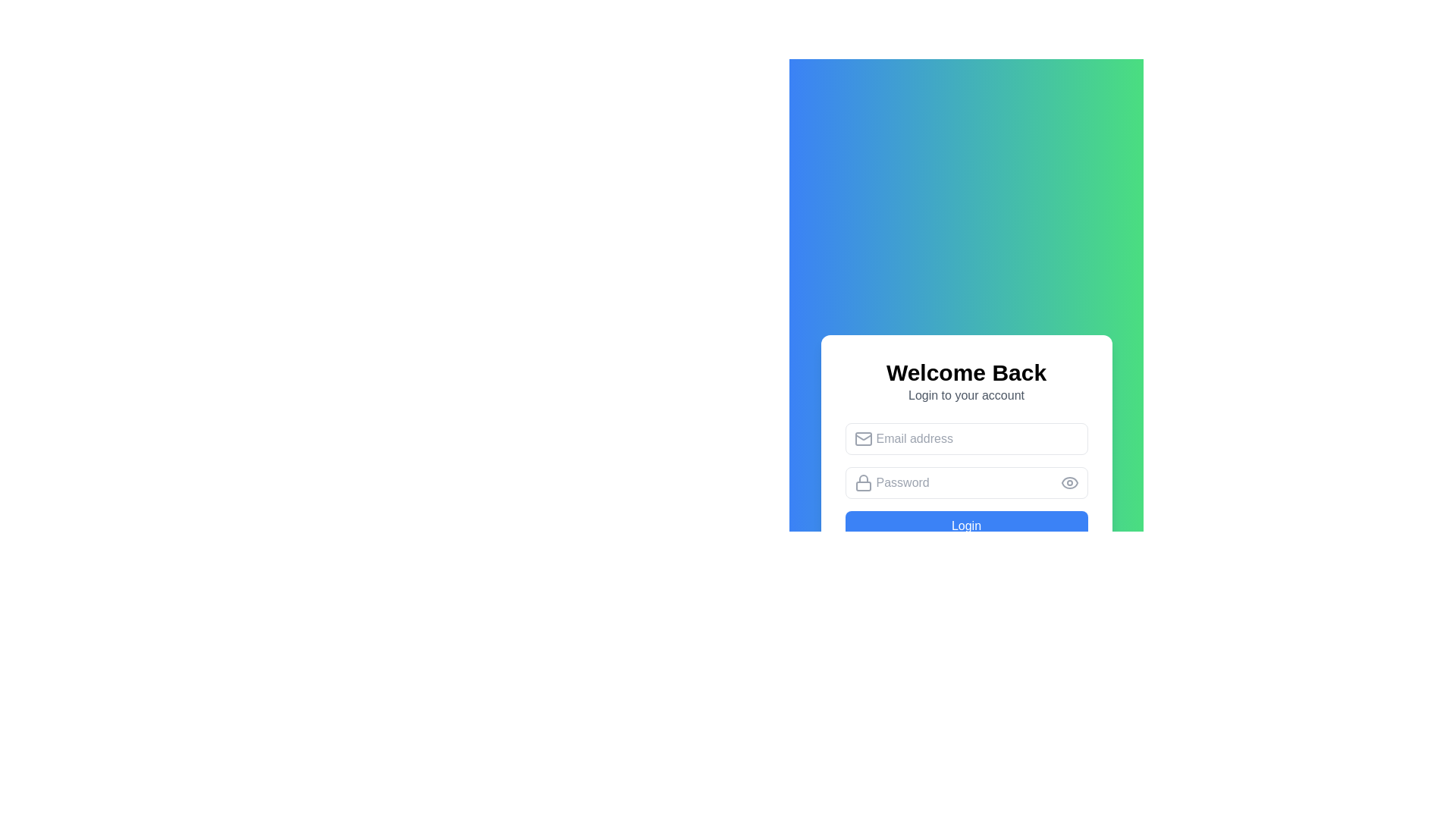 The image size is (1456, 819). I want to click on the padlock icon element, which is a rectangular shape with rounded corners, located beneath the email input field and on the left side of the password input field, so click(863, 486).